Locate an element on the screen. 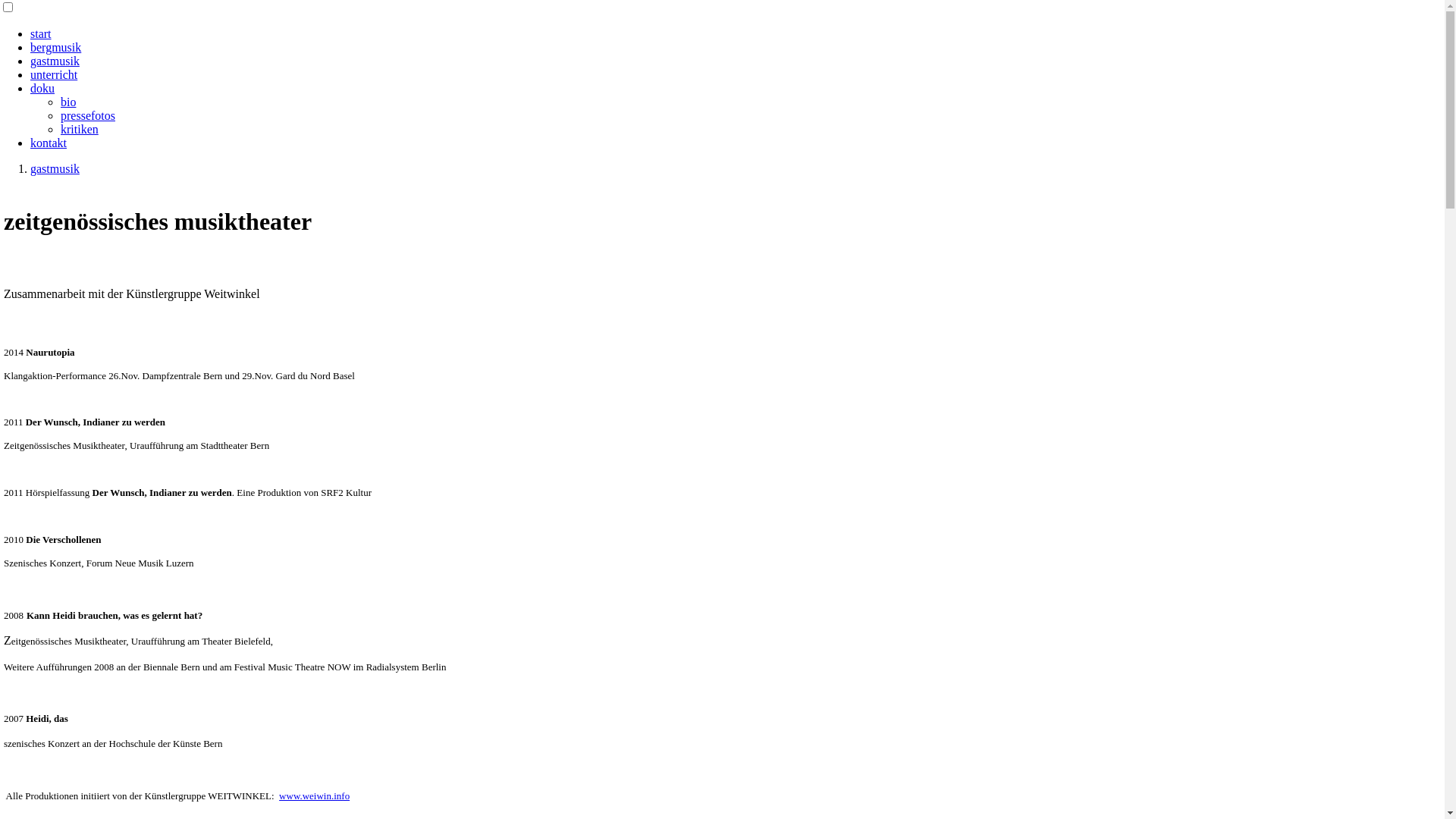 The height and width of the screenshot is (819, 1456). 'bio' is located at coordinates (61, 102).